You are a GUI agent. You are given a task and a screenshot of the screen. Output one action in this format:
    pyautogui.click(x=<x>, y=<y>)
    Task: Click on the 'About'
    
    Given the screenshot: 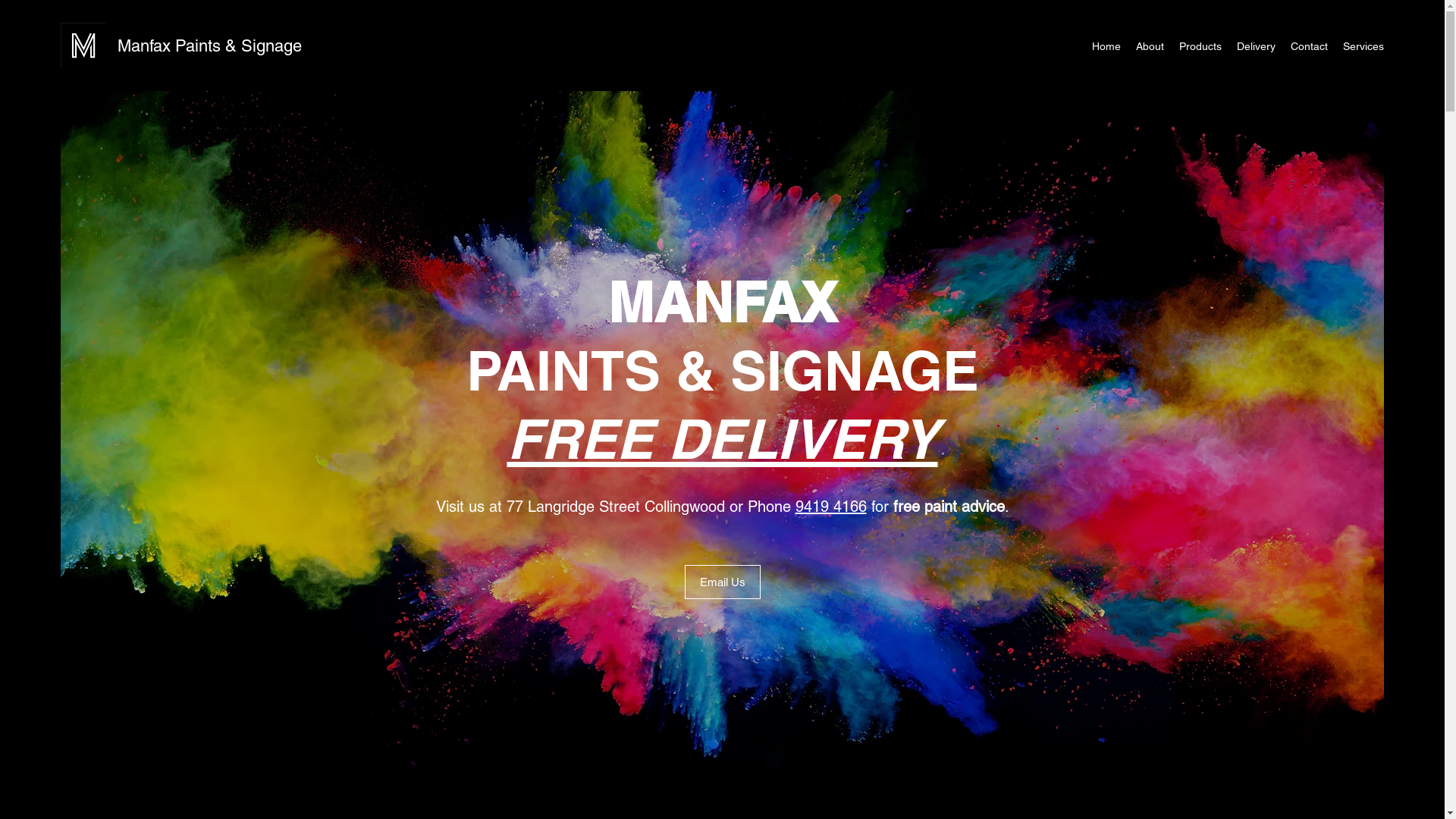 What is the action you would take?
    pyautogui.click(x=1150, y=45)
    